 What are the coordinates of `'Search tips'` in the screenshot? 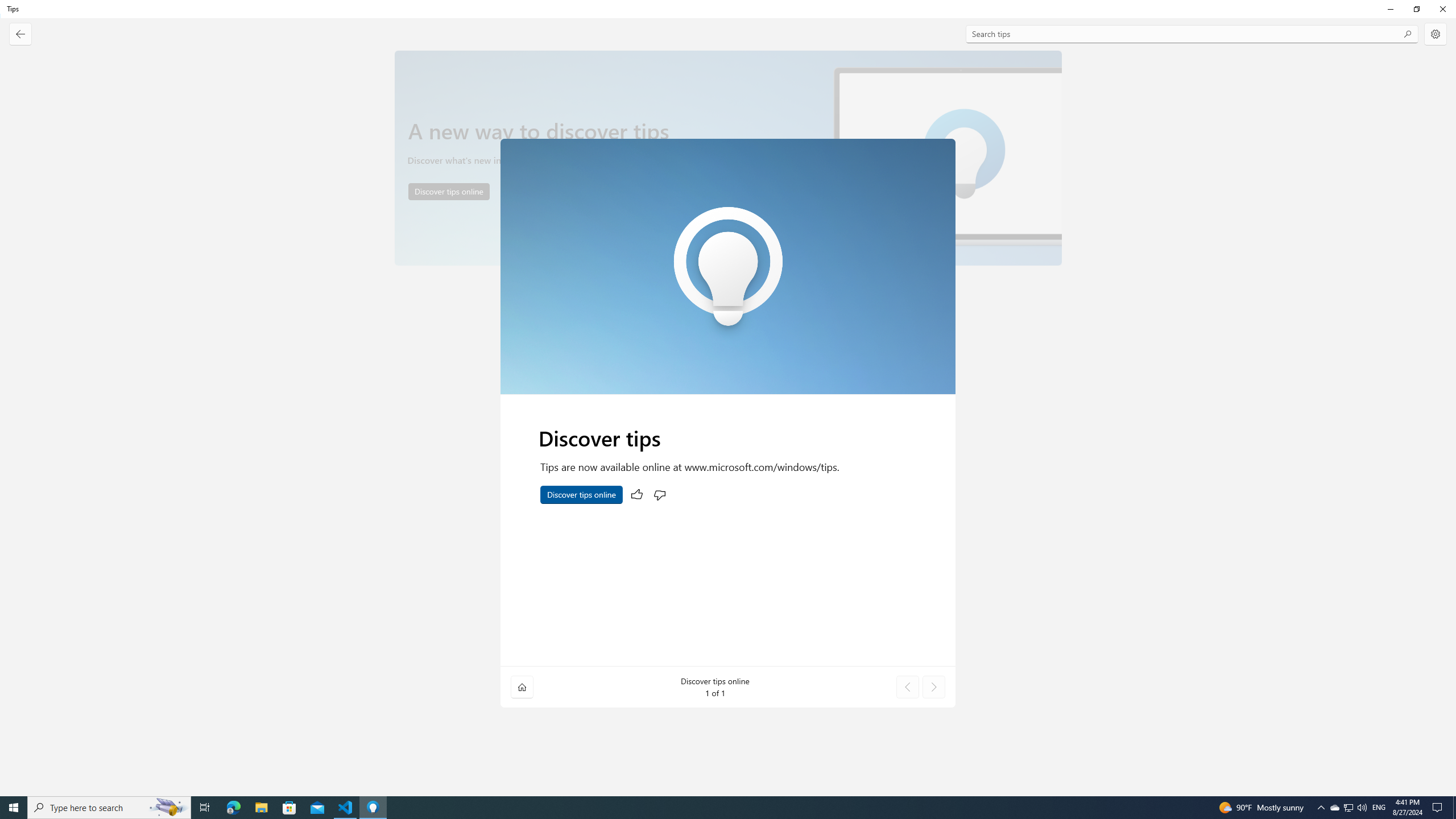 It's located at (1192, 34).